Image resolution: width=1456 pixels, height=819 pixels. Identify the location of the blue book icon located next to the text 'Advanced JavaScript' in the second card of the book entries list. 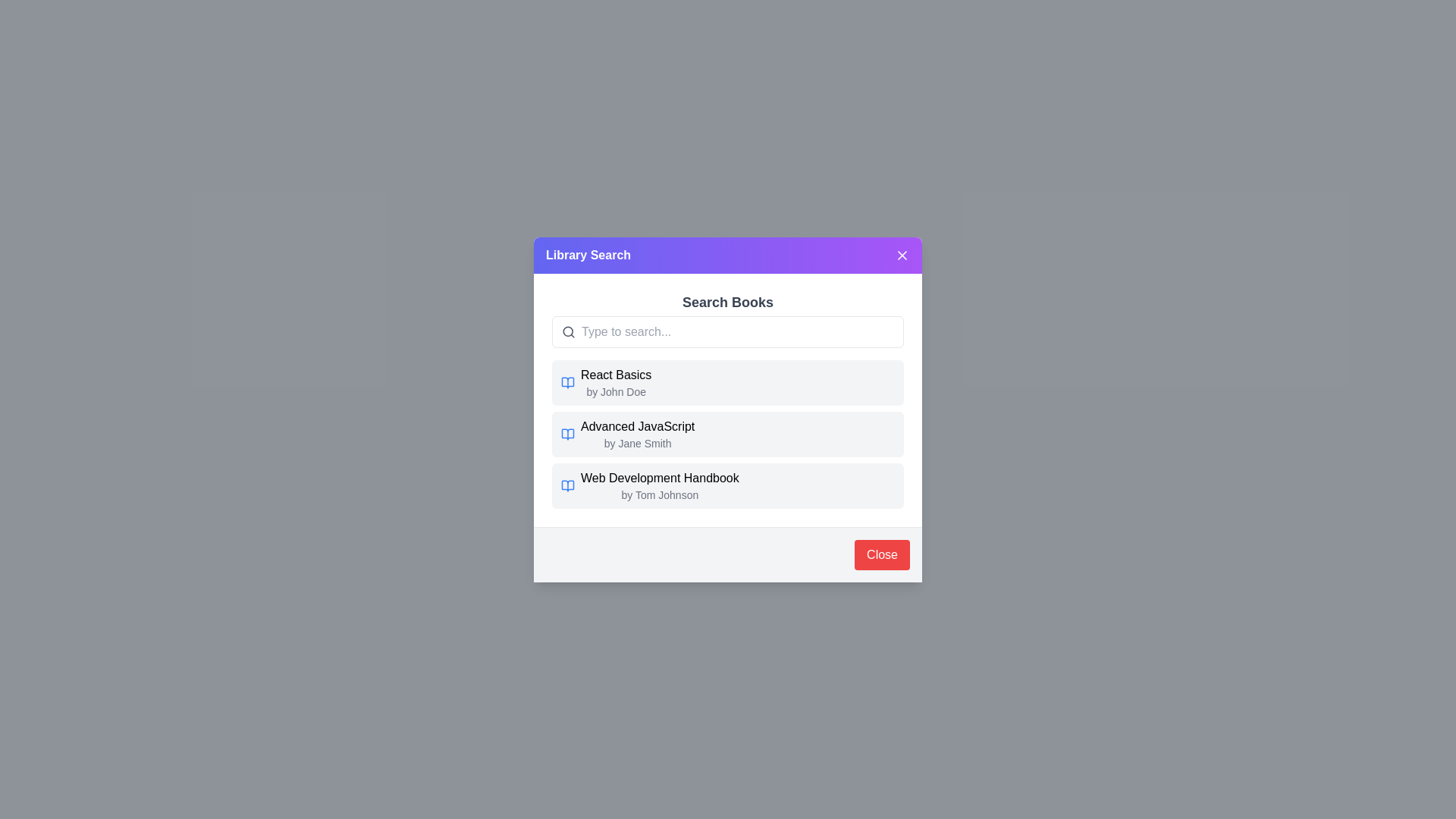
(566, 434).